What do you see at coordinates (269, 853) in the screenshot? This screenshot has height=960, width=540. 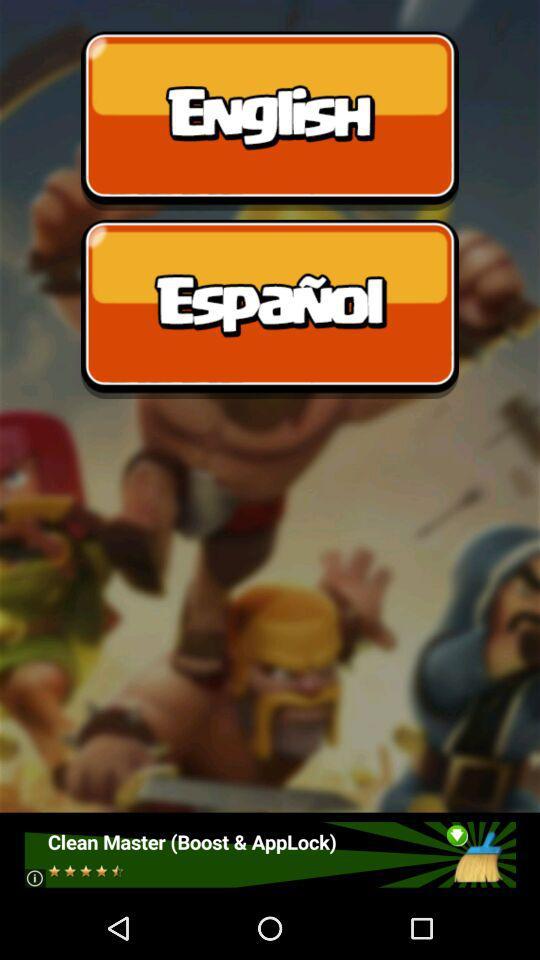 I see `advertisement` at bounding box center [269, 853].